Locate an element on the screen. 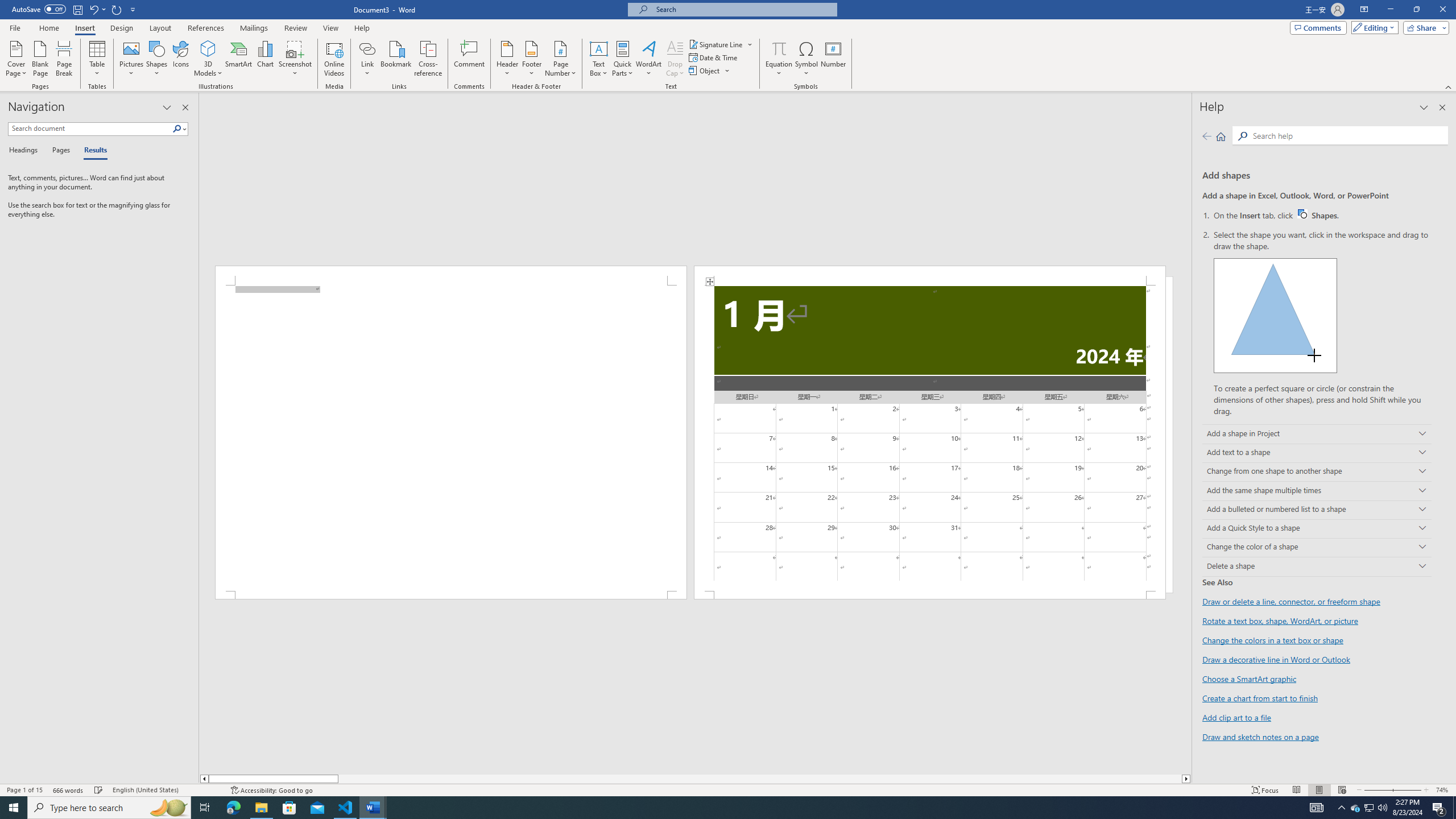 The width and height of the screenshot is (1456, 819). 'Object...' is located at coordinates (709, 69).